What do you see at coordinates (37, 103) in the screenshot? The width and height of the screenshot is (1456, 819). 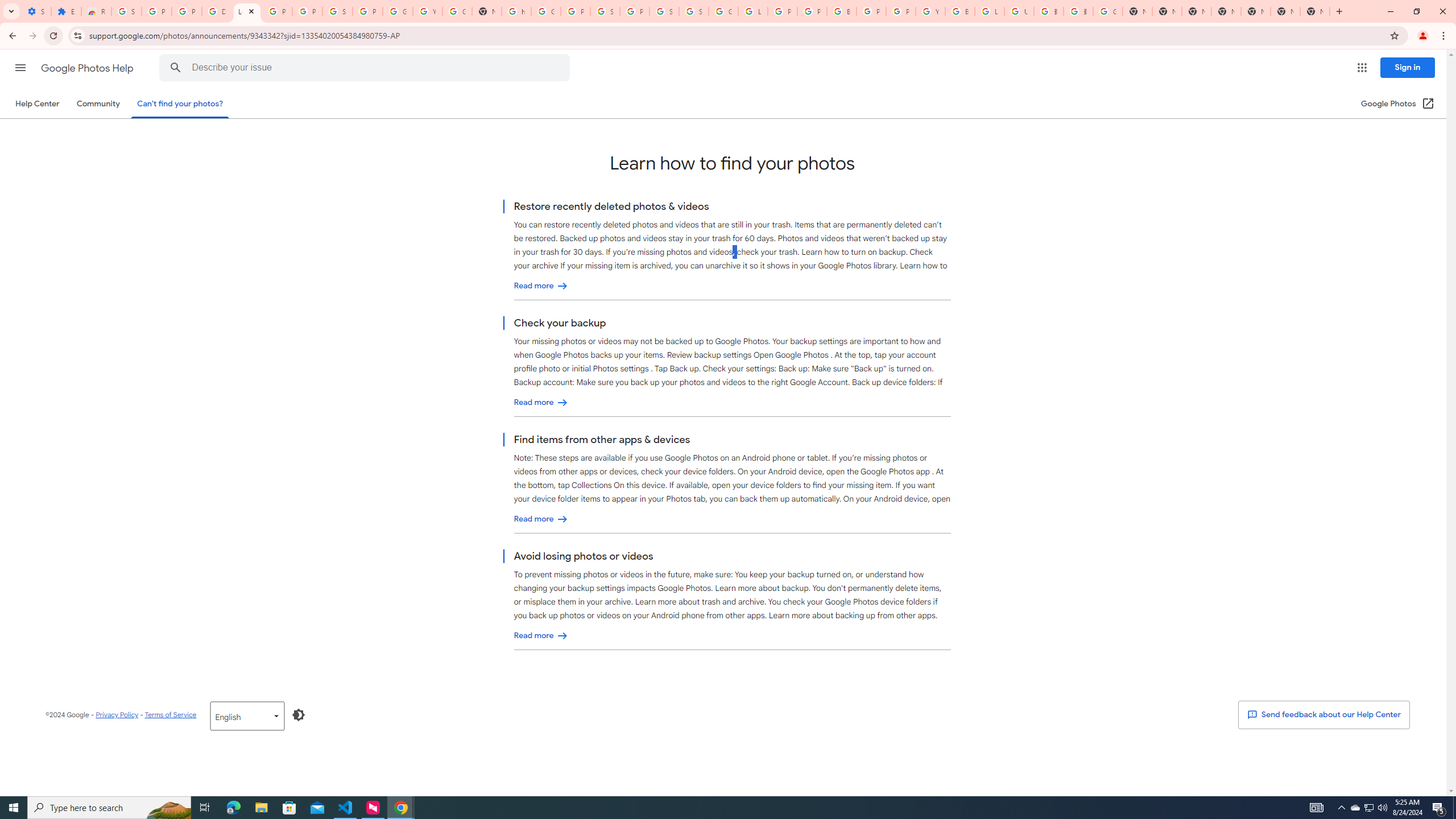 I see `'Help Center'` at bounding box center [37, 103].